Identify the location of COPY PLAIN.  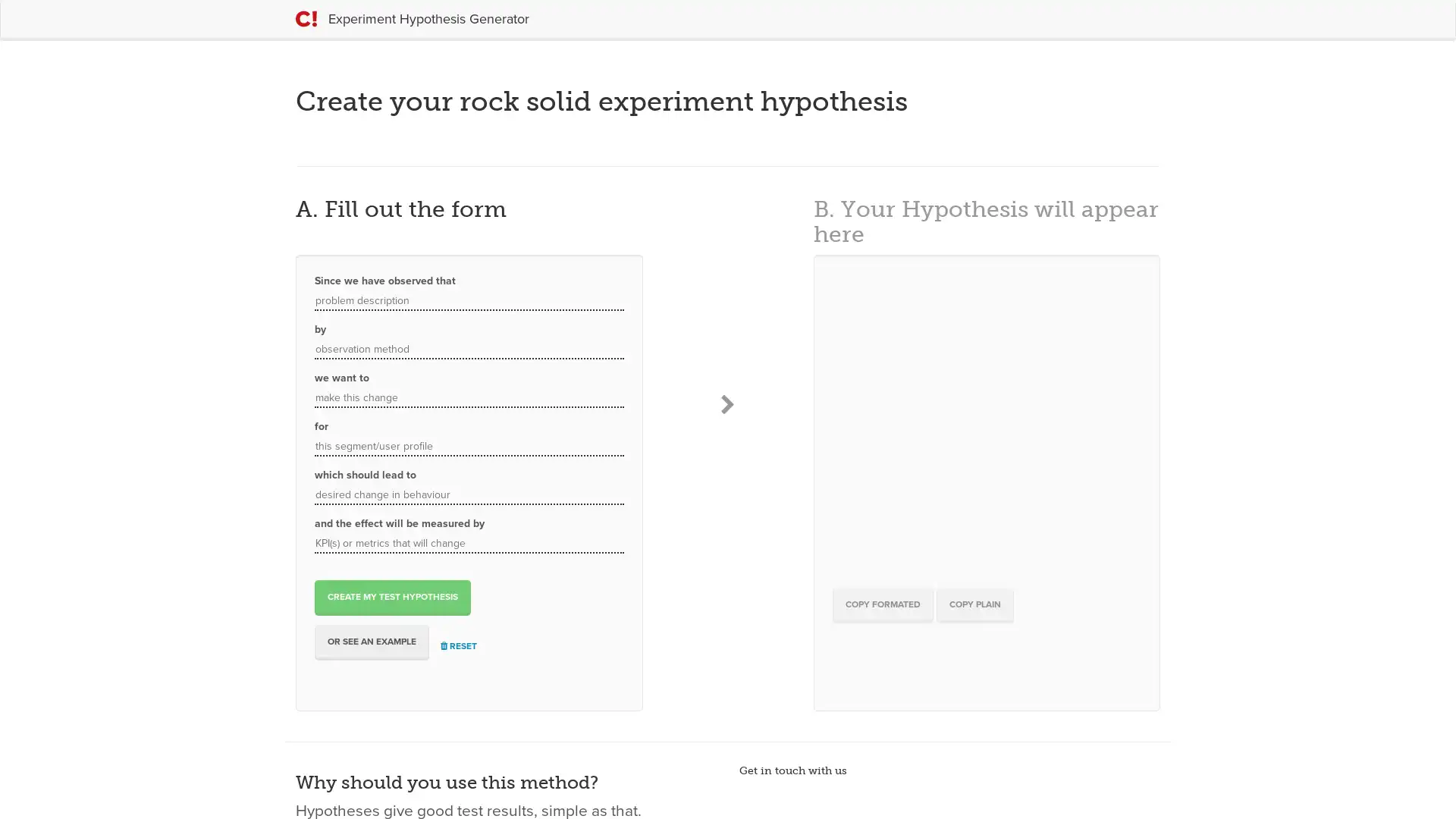
(974, 604).